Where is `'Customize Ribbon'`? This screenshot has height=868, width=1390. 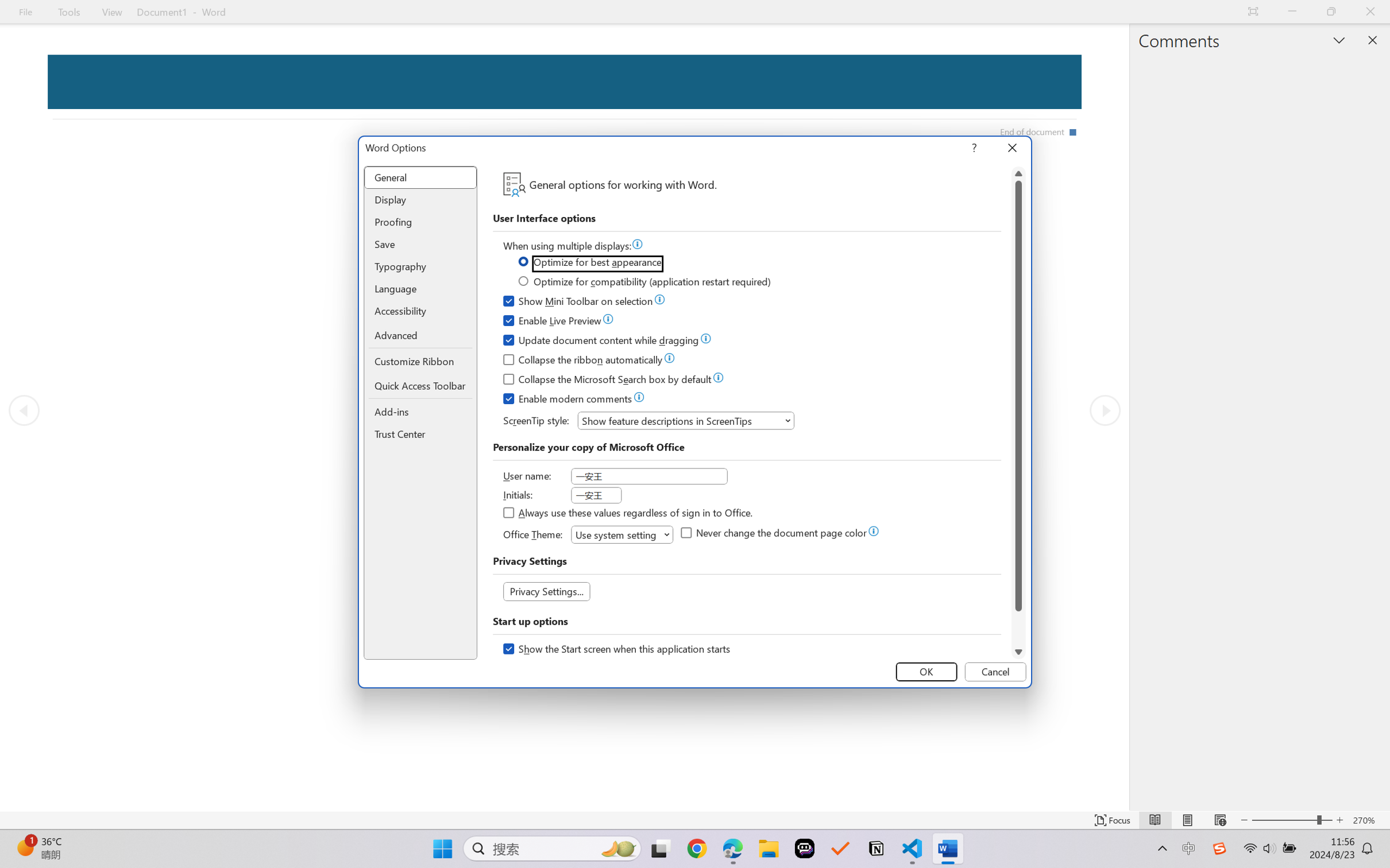
'Customize Ribbon' is located at coordinates (420, 361).